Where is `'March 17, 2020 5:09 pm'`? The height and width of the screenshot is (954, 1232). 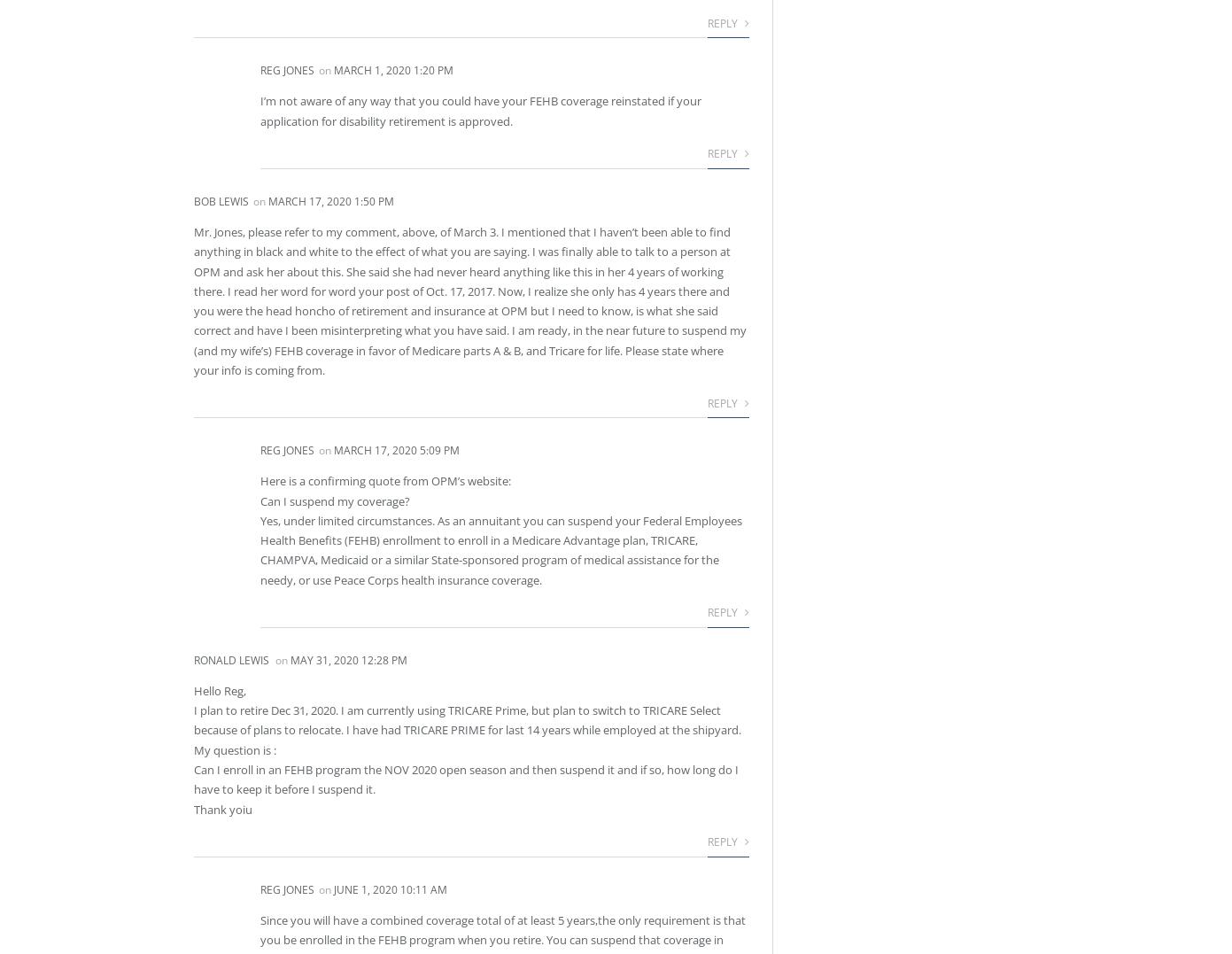 'March 17, 2020 5:09 pm' is located at coordinates (396, 449).